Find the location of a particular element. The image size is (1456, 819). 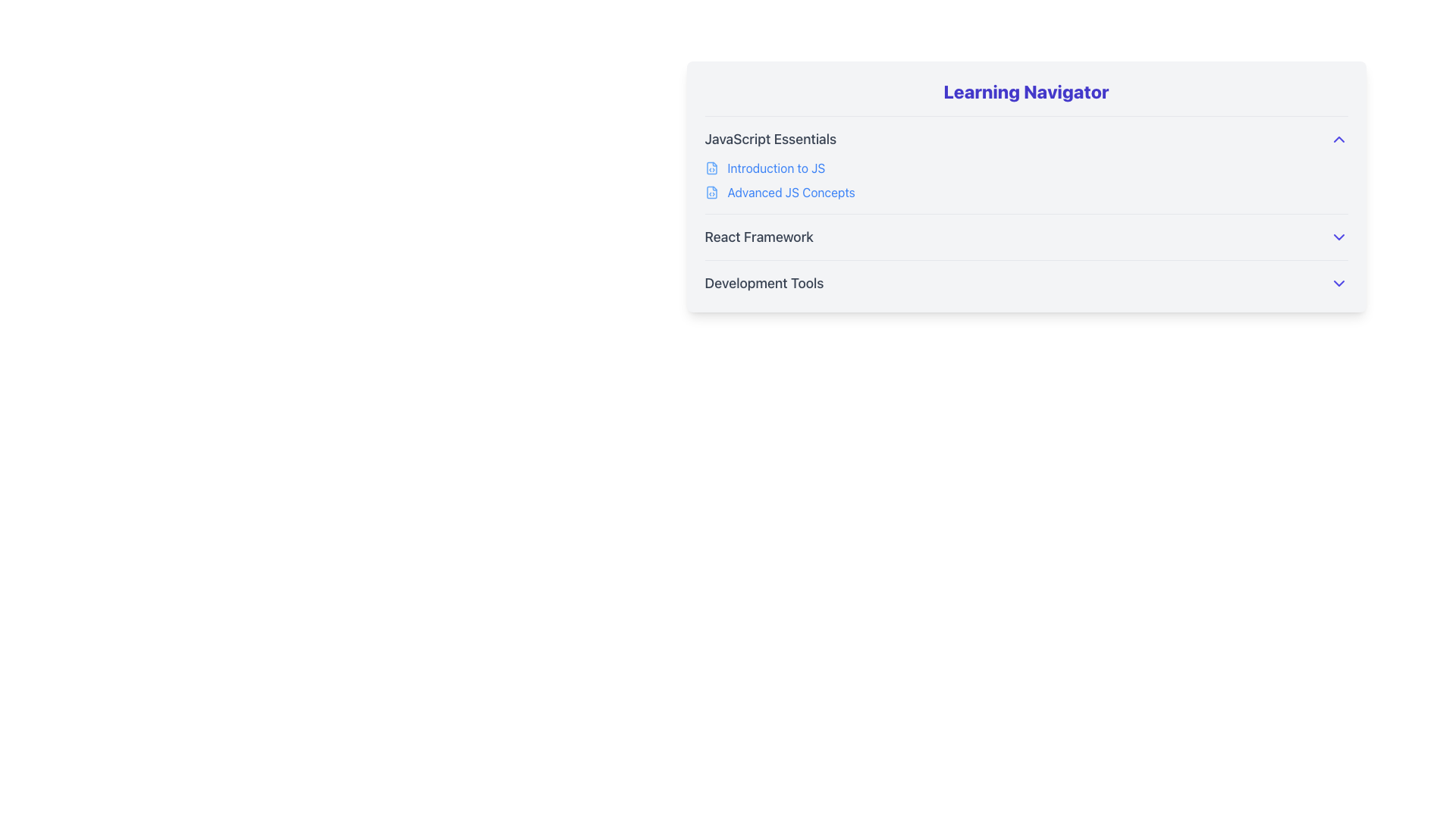

the static text label displaying 'React Framework' which is positioned under 'JavaScript Essentials' and above 'Development Tools' is located at coordinates (759, 237).